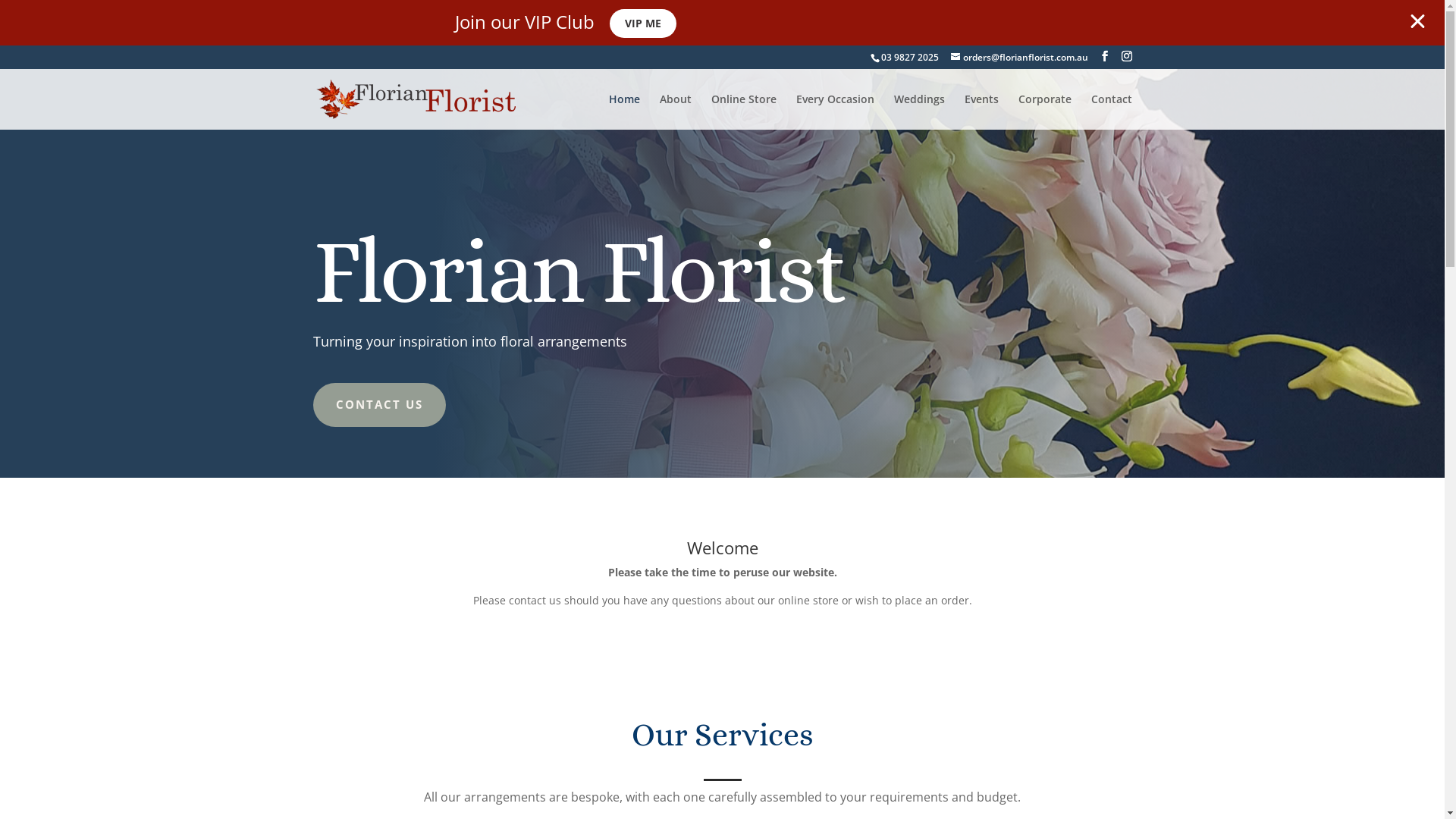 The height and width of the screenshot is (819, 1456). I want to click on 'Events', so click(981, 111).